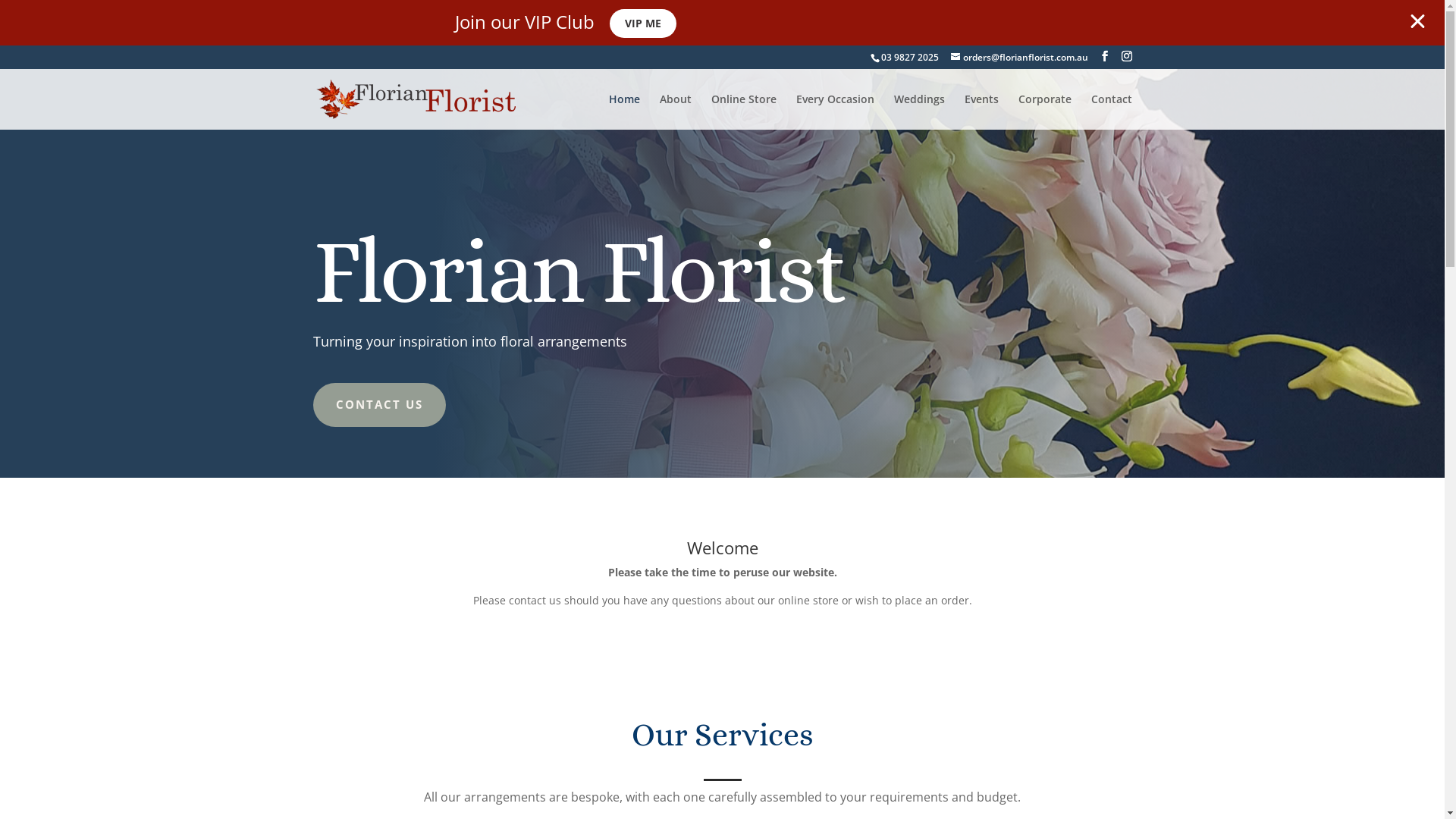 The height and width of the screenshot is (819, 1456). I want to click on 'Events', so click(981, 111).